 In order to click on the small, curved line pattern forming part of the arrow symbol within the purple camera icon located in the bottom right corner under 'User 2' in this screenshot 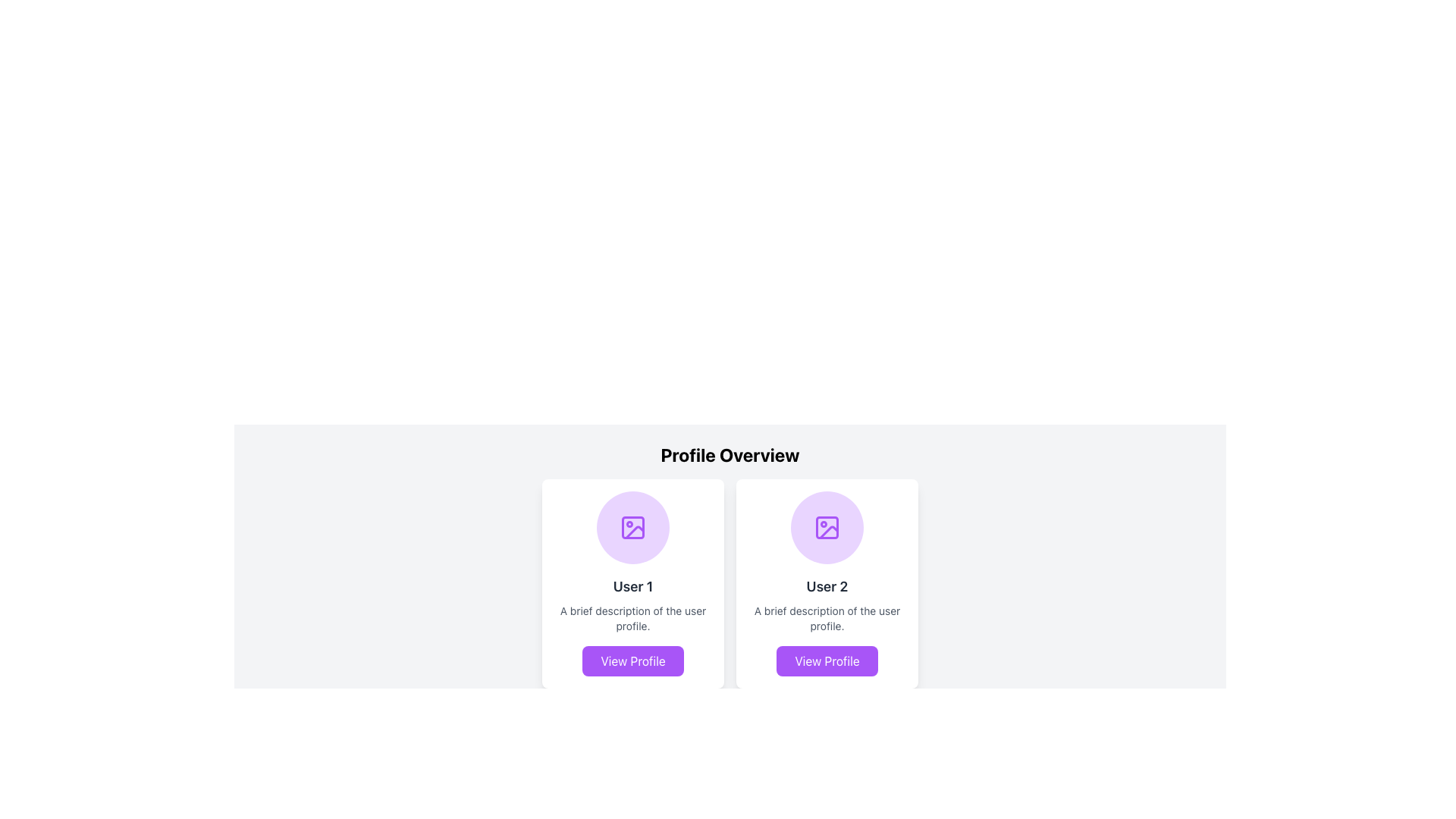, I will do `click(828, 532)`.